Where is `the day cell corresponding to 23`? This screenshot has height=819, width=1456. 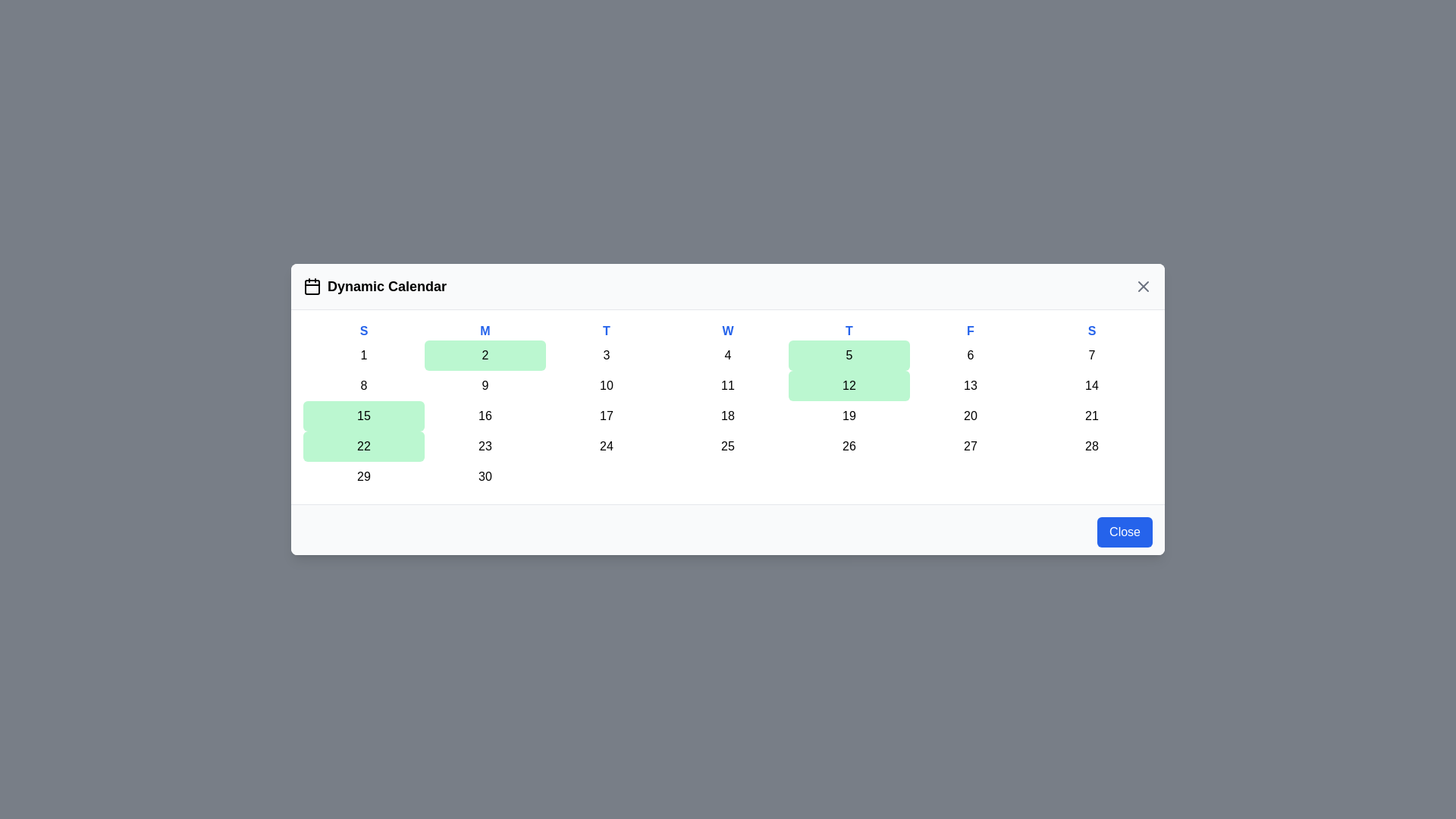
the day cell corresponding to 23 is located at coordinates (484, 446).